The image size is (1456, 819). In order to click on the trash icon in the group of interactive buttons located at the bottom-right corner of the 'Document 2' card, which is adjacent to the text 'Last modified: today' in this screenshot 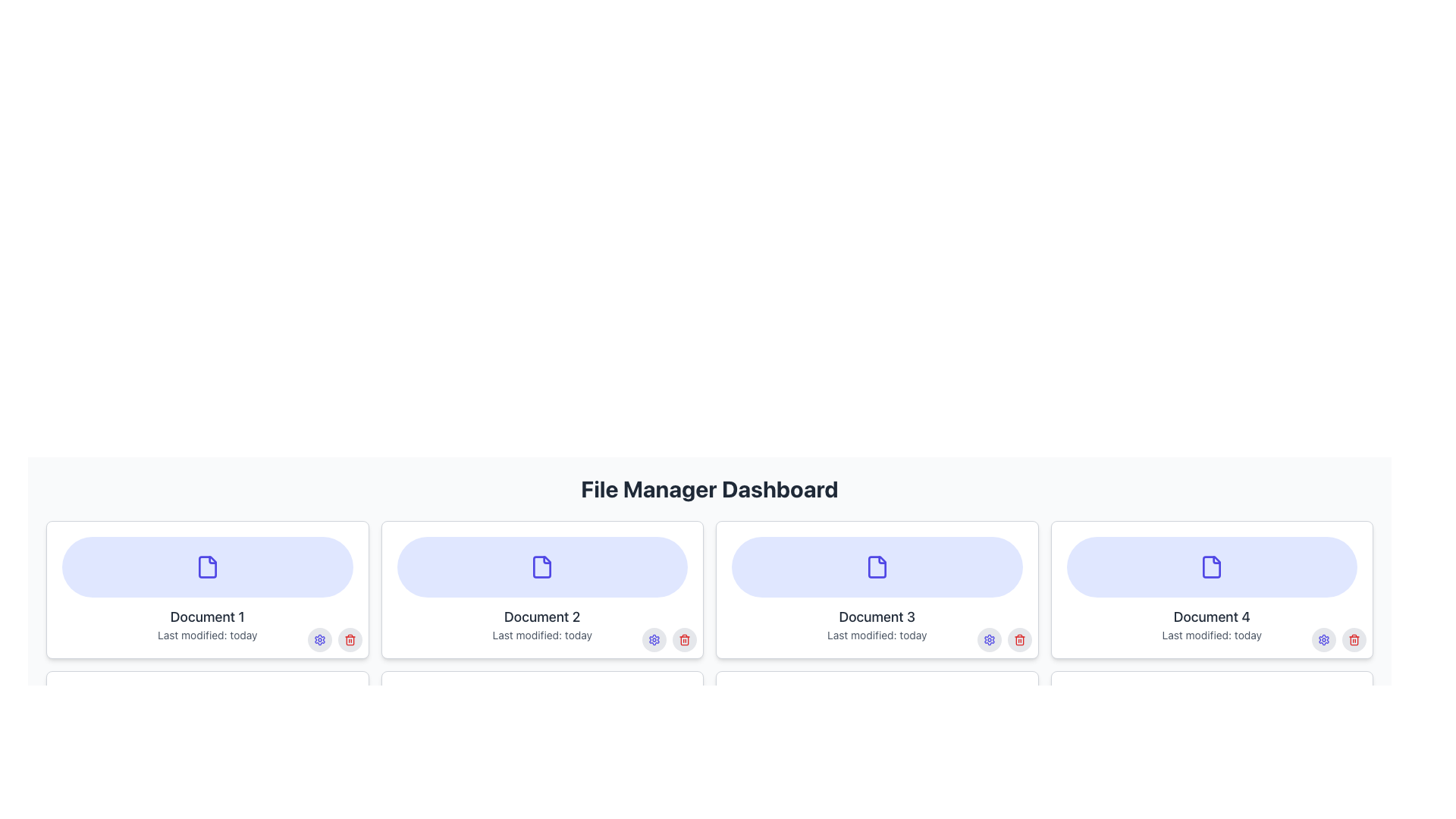, I will do `click(669, 640)`.